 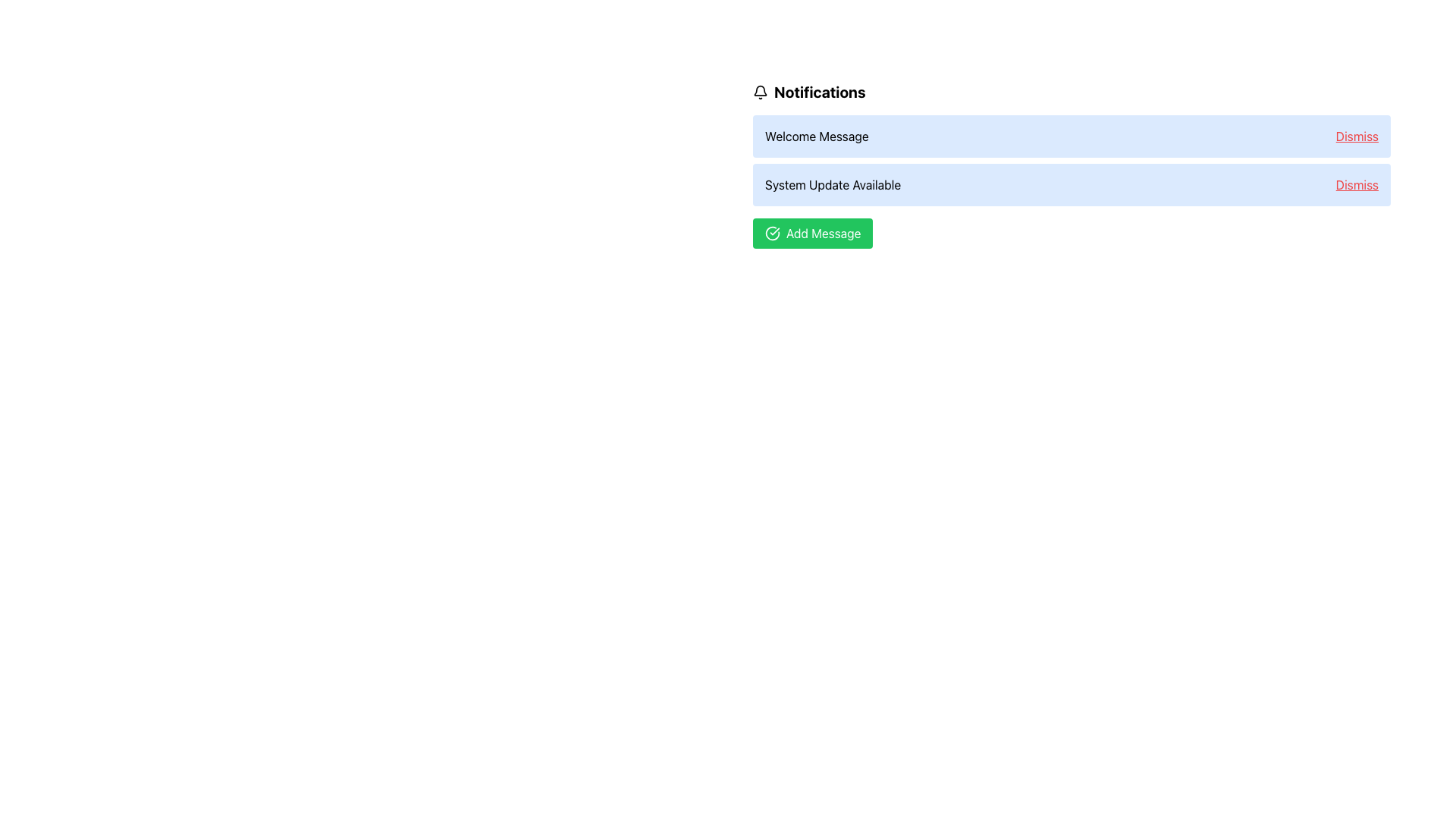 What do you see at coordinates (761, 90) in the screenshot?
I see `the bell icon located at the top left of the notifications panel, which precedes the 'Notifications' text heading` at bounding box center [761, 90].